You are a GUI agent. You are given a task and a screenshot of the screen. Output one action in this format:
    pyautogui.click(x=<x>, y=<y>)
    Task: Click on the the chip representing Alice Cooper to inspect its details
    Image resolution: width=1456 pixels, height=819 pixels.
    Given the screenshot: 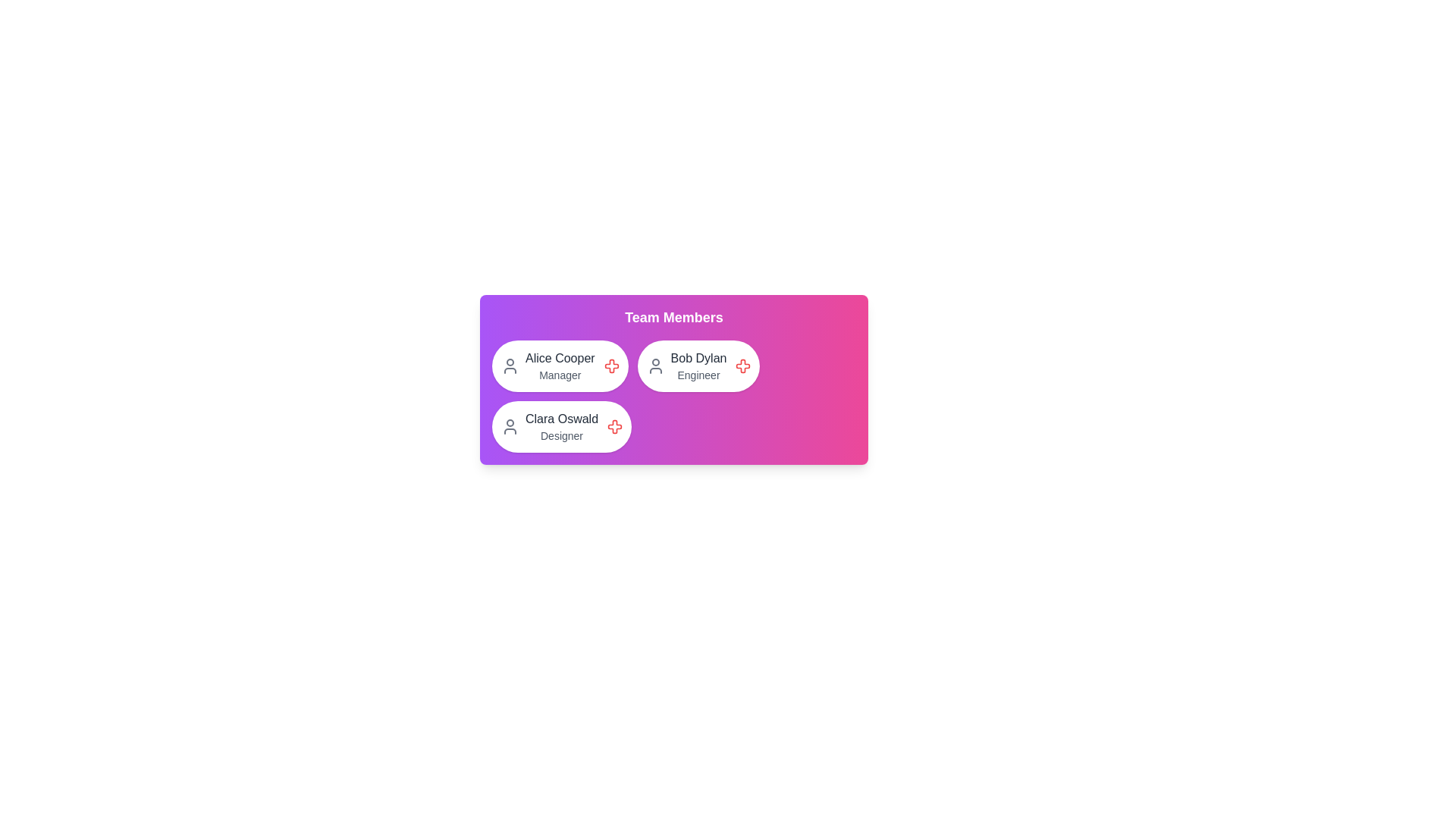 What is the action you would take?
    pyautogui.click(x=559, y=366)
    